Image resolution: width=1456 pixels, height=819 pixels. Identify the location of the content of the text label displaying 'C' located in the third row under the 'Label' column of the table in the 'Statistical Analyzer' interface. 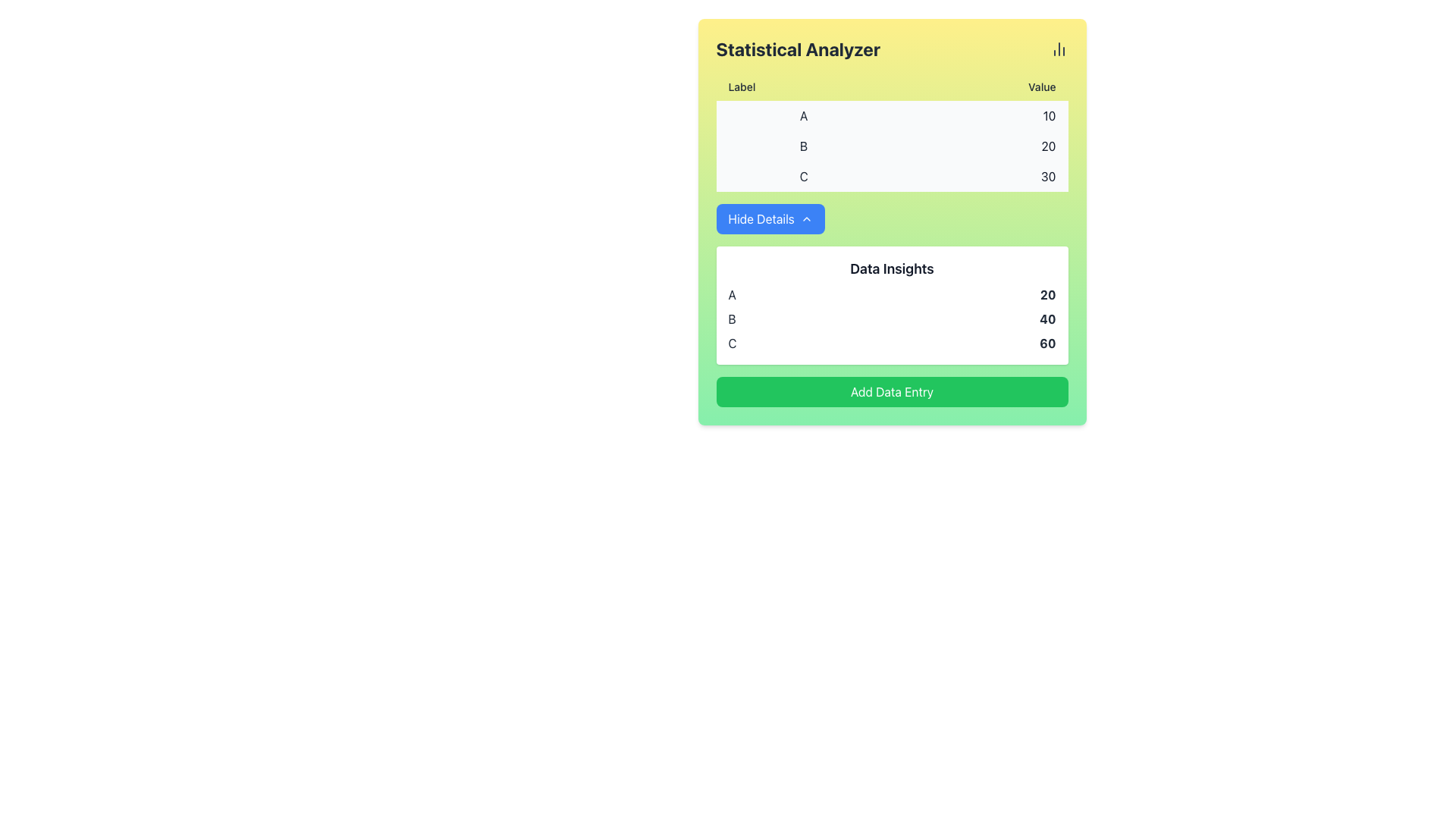
(803, 175).